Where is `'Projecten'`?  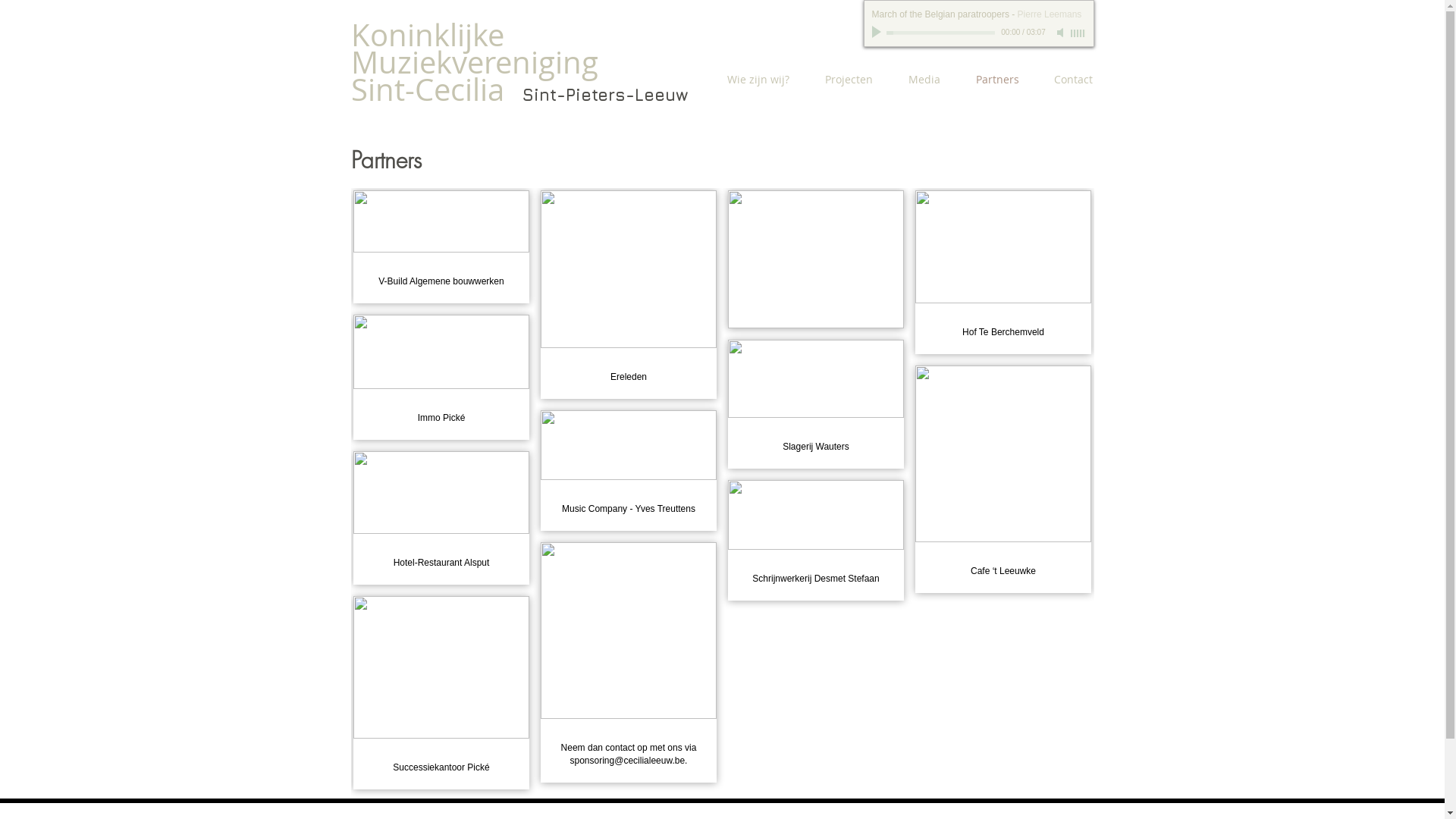
'Projecten' is located at coordinates (800, 79).